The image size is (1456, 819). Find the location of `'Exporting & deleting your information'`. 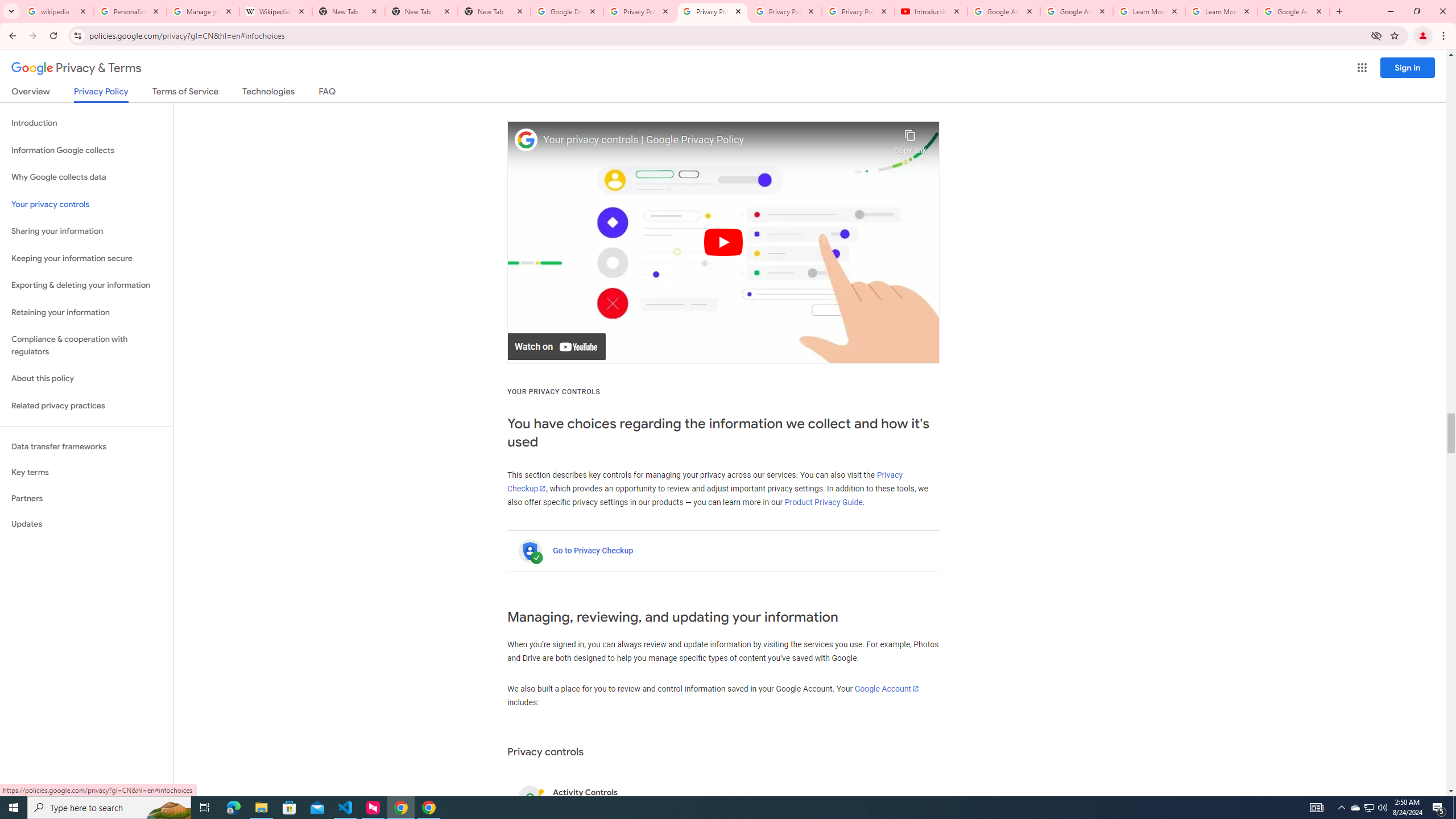

'Exporting & deleting your information' is located at coordinates (86, 285).